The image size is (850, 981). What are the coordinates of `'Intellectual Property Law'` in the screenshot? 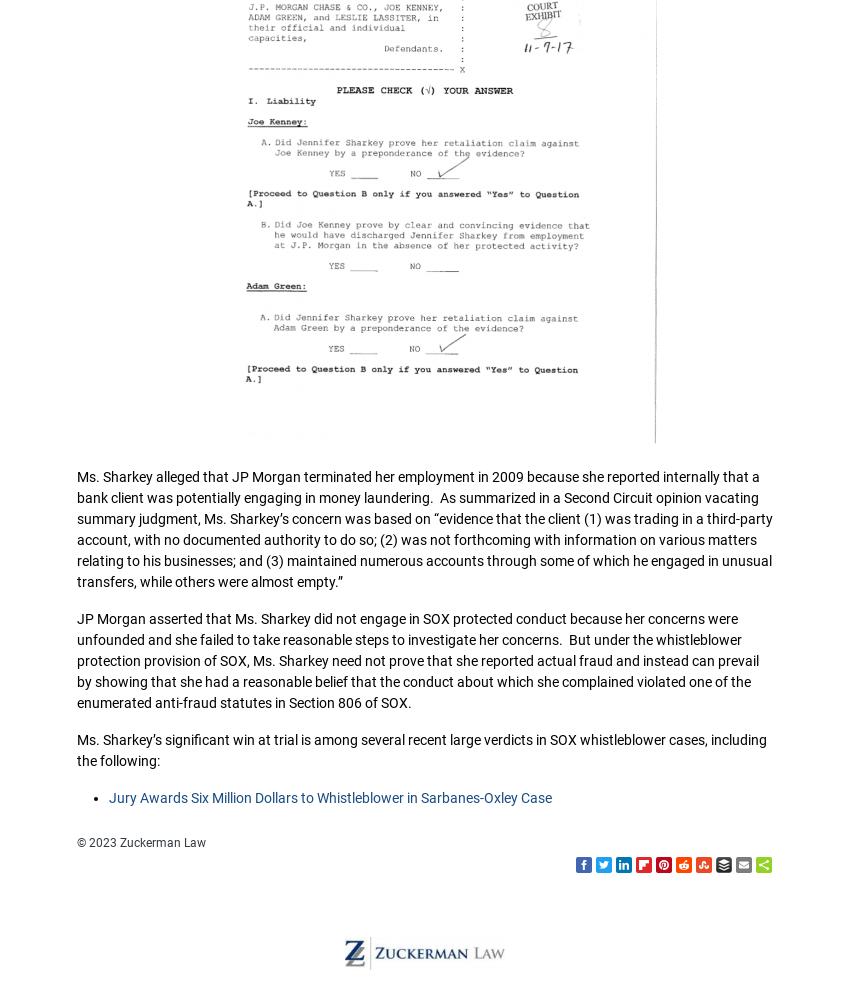 It's located at (424, 188).